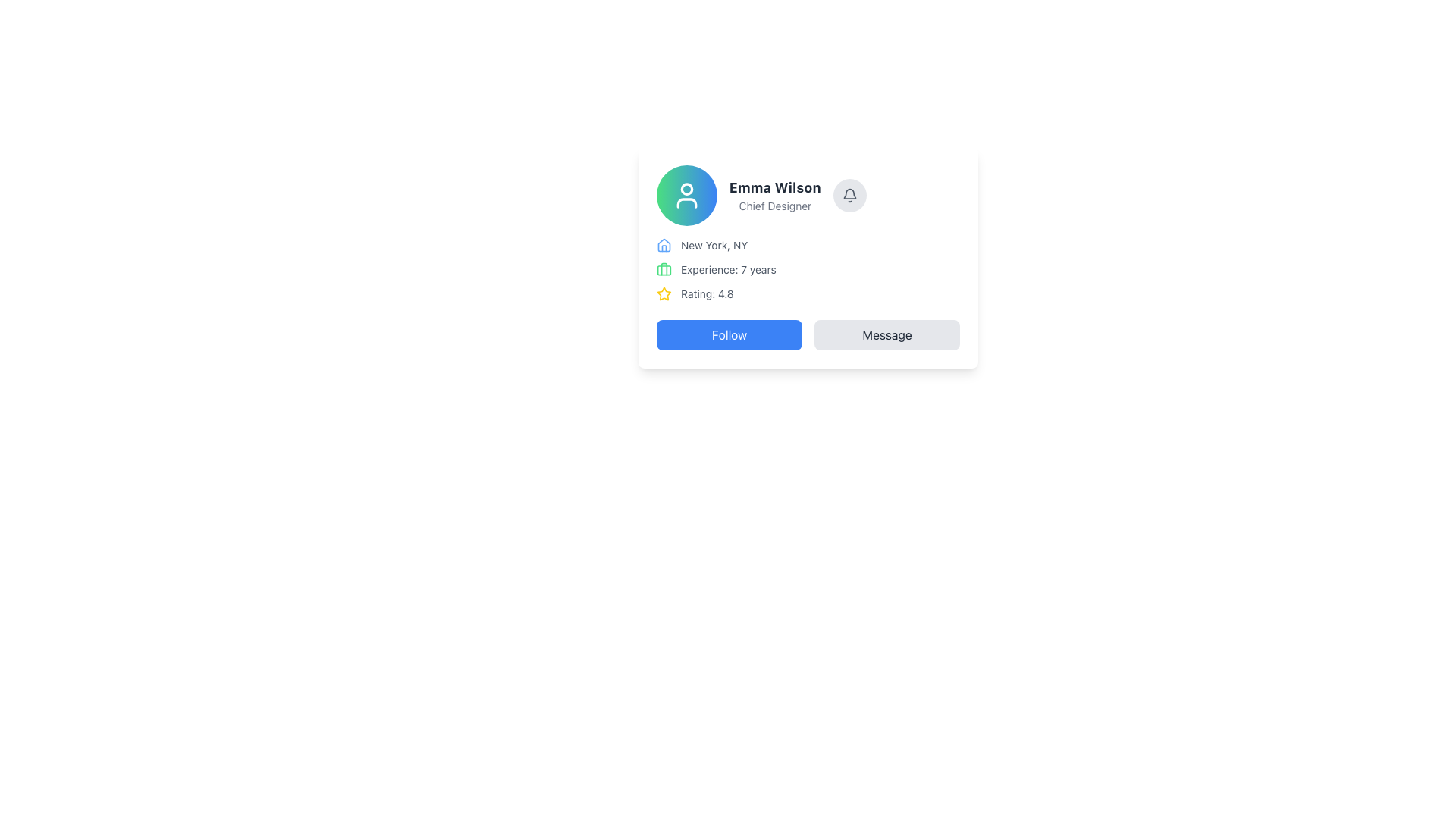 This screenshot has height=819, width=1456. Describe the element at coordinates (664, 244) in the screenshot. I see `the Decorative Icon located beside the text 'New York, NY' in the user card, which visually indicates a home or location association` at that location.